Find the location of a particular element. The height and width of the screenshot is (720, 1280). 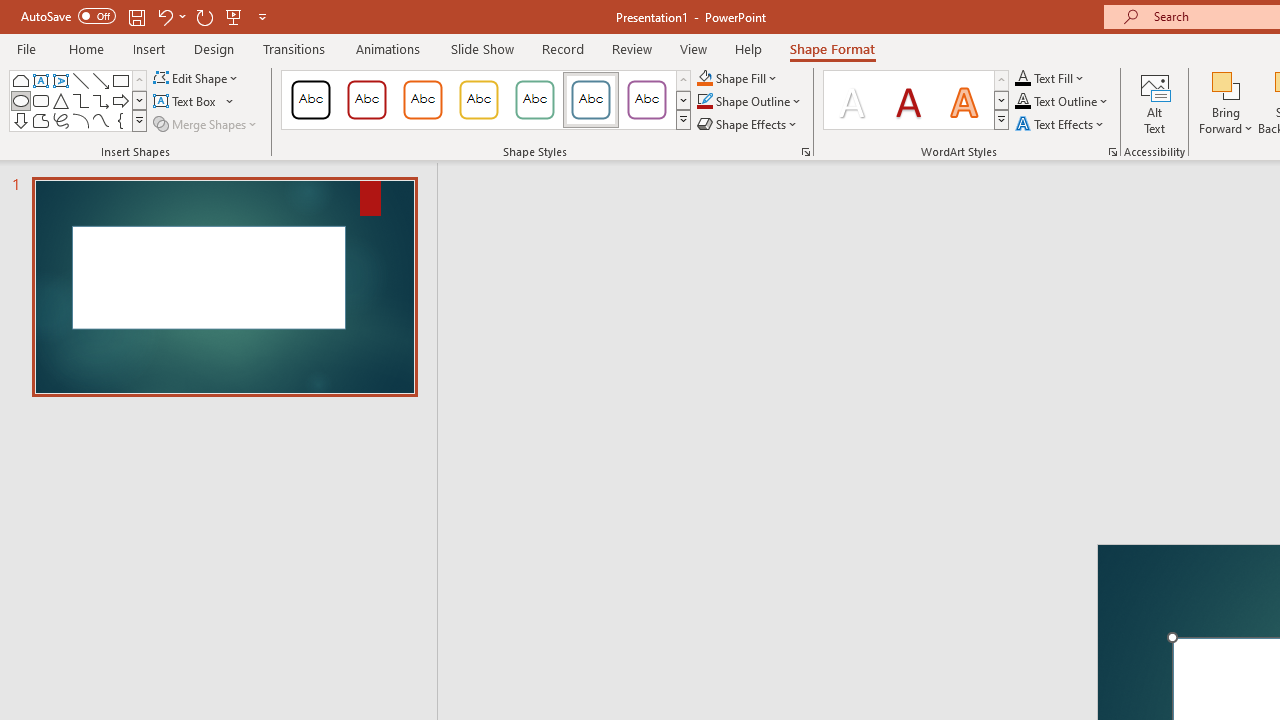

'Rectangle: Top Corners Snipped' is located at coordinates (21, 80).